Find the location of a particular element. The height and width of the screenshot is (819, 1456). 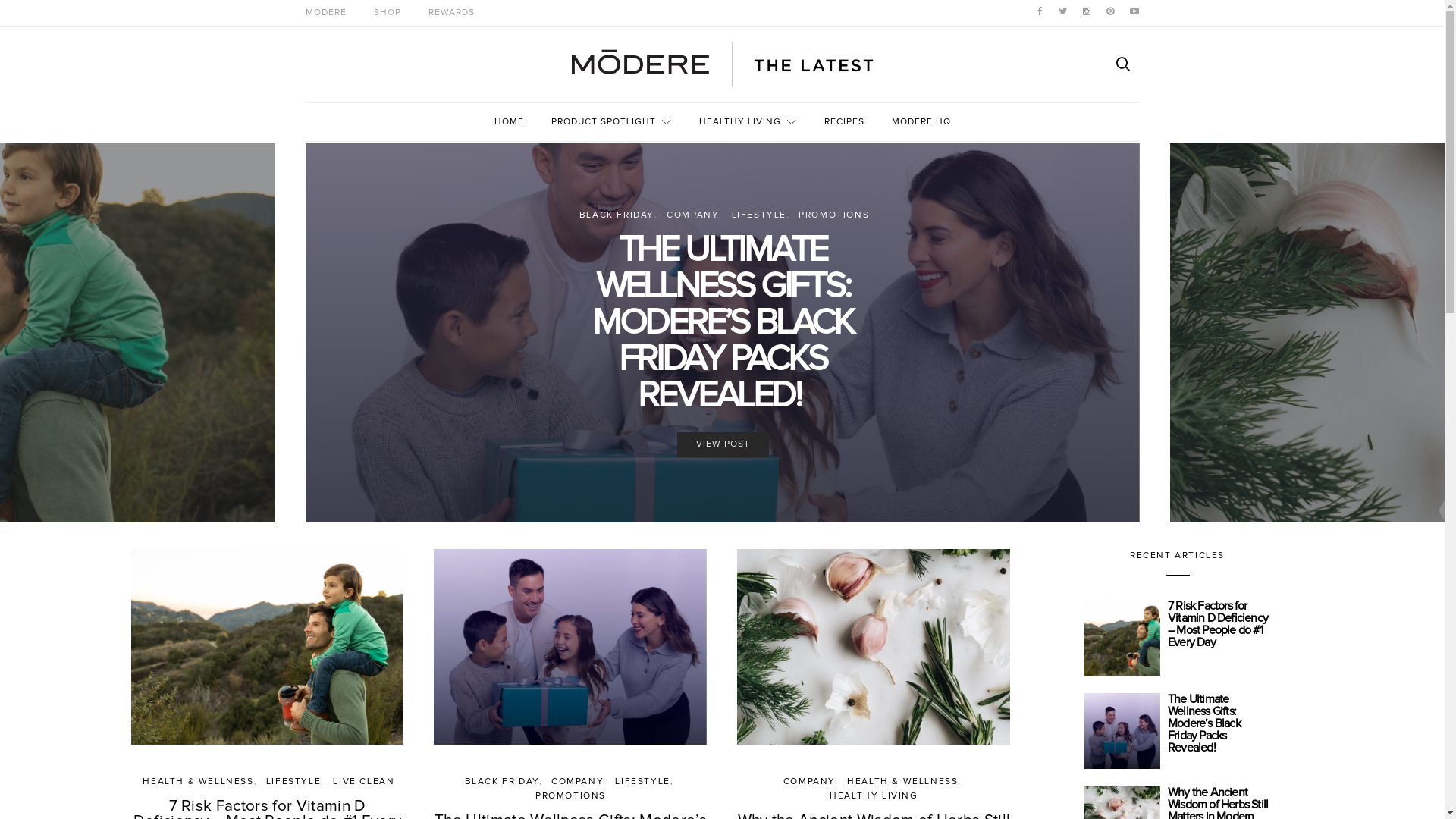

'PROMOTIONS' is located at coordinates (570, 795).